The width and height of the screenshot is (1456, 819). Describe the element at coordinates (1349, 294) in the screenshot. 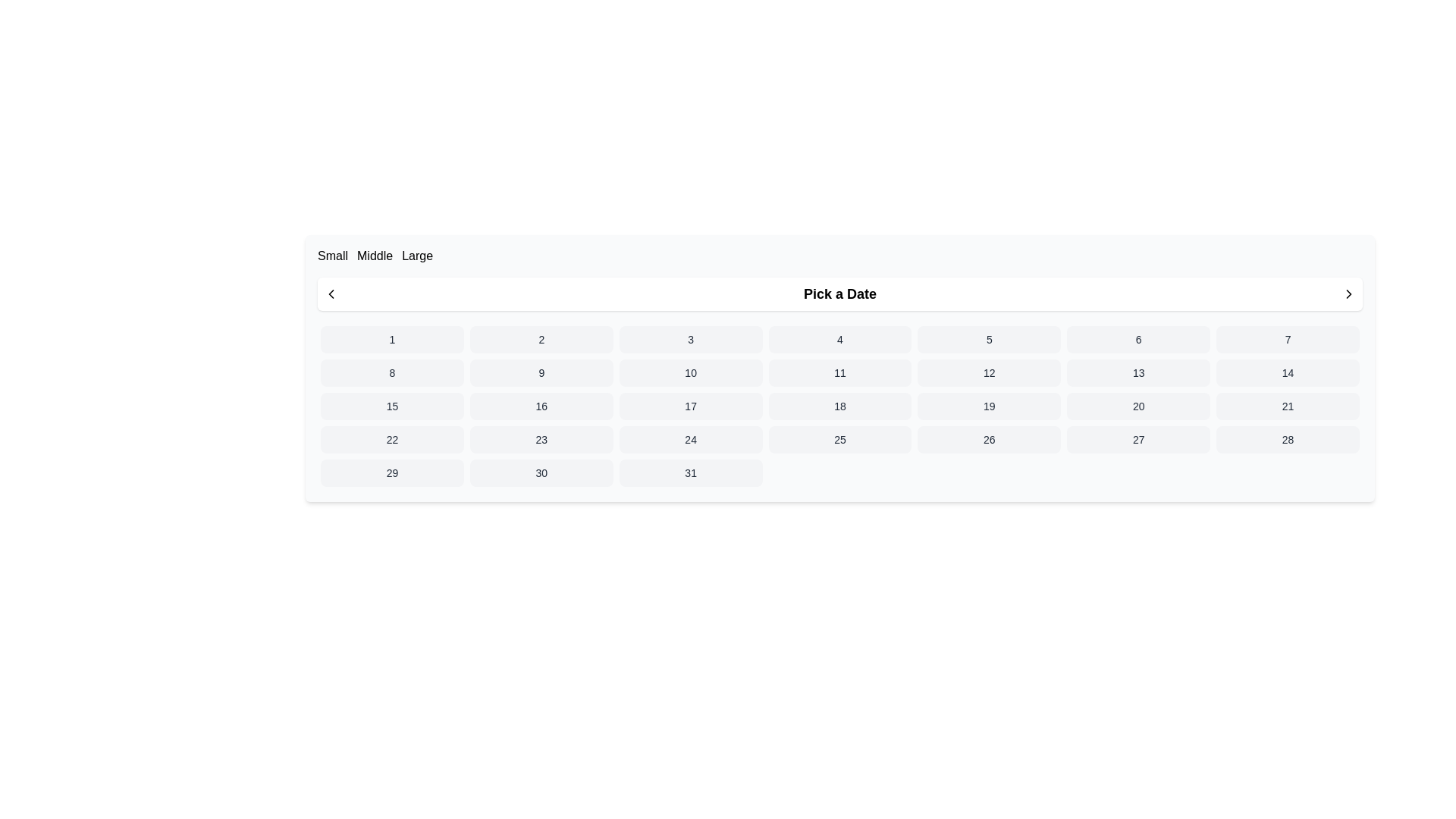

I see `the Chevron Icon located at the far right side of the 'Pick a Date' header section` at that location.